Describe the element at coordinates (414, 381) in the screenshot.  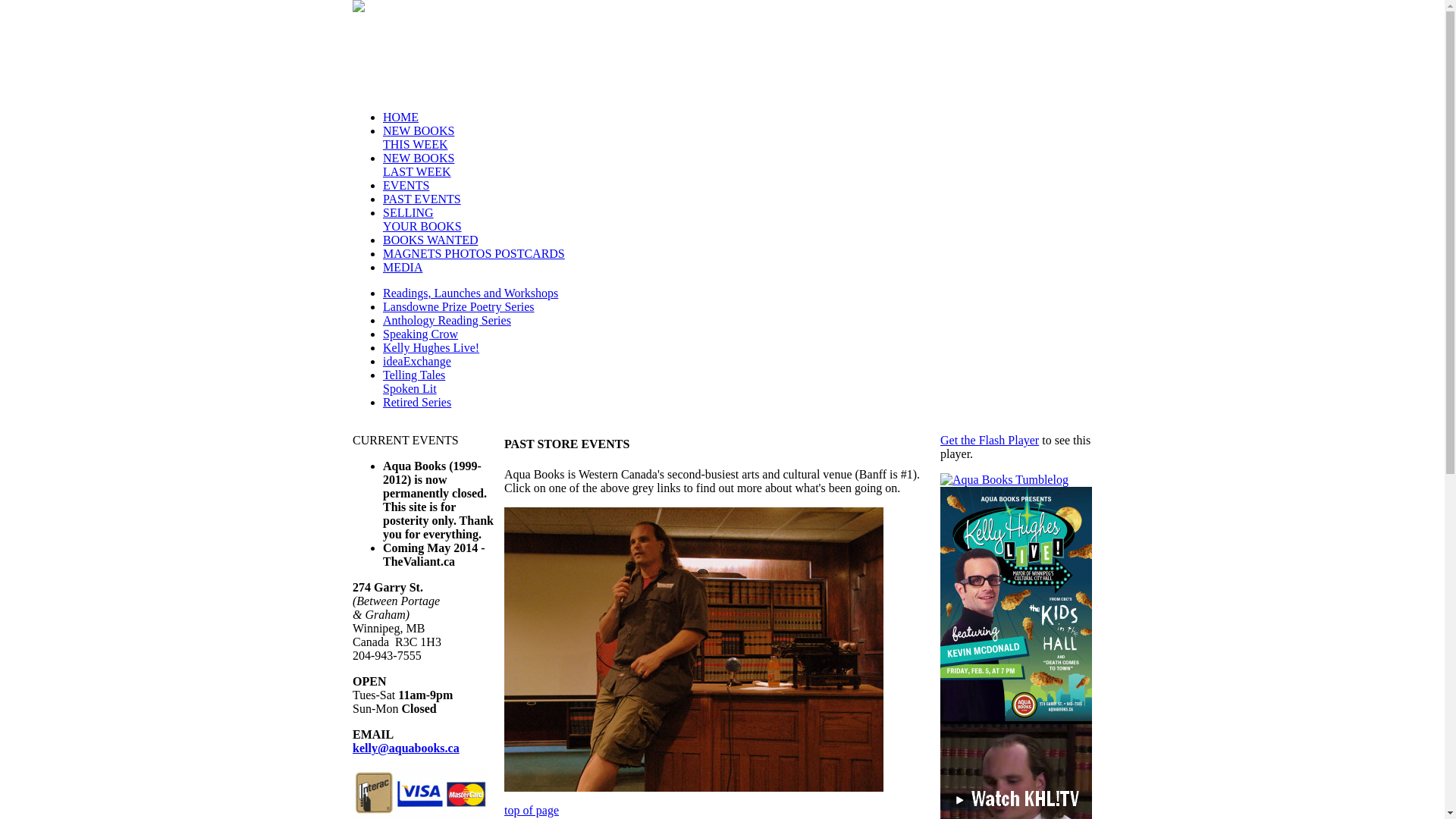
I see `'Telling Tales` at that location.